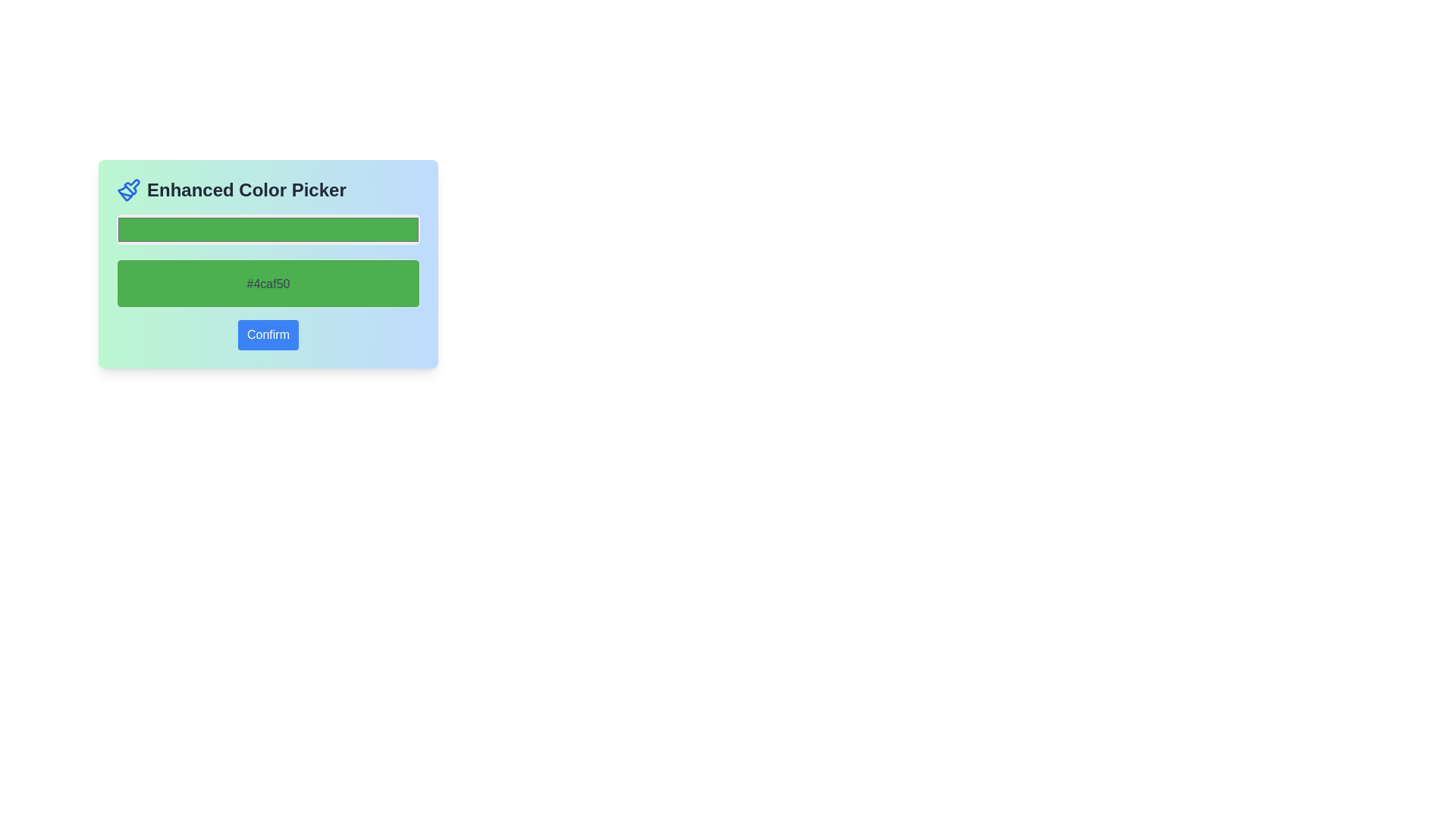 Image resolution: width=1456 pixels, height=819 pixels. Describe the element at coordinates (268, 231) in the screenshot. I see `a new color from the palette by clicking on the green Color Selection Box located below the 'Enhanced Color Picker' heading` at that location.